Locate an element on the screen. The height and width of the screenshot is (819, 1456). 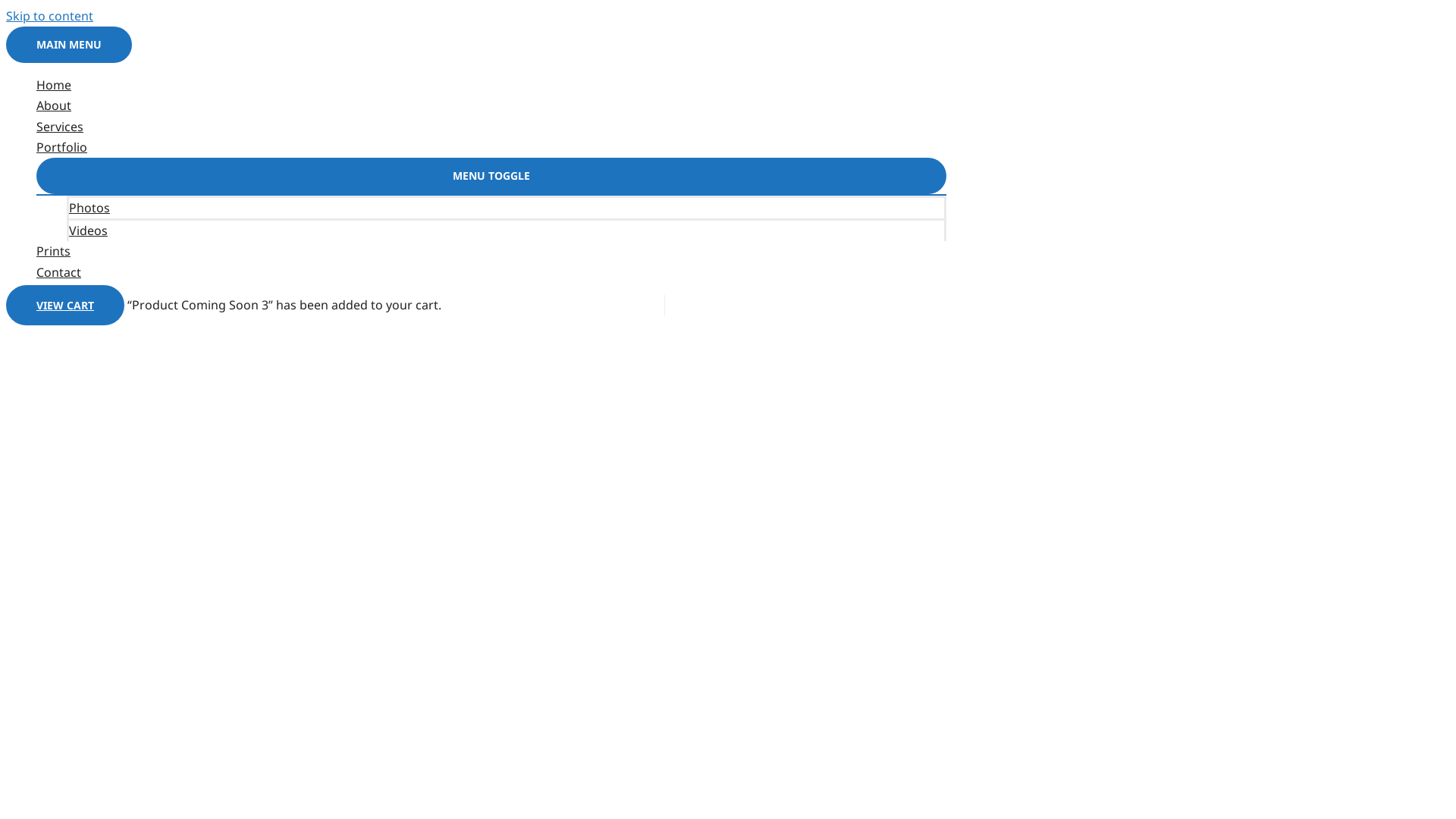
'About' is located at coordinates (491, 105).